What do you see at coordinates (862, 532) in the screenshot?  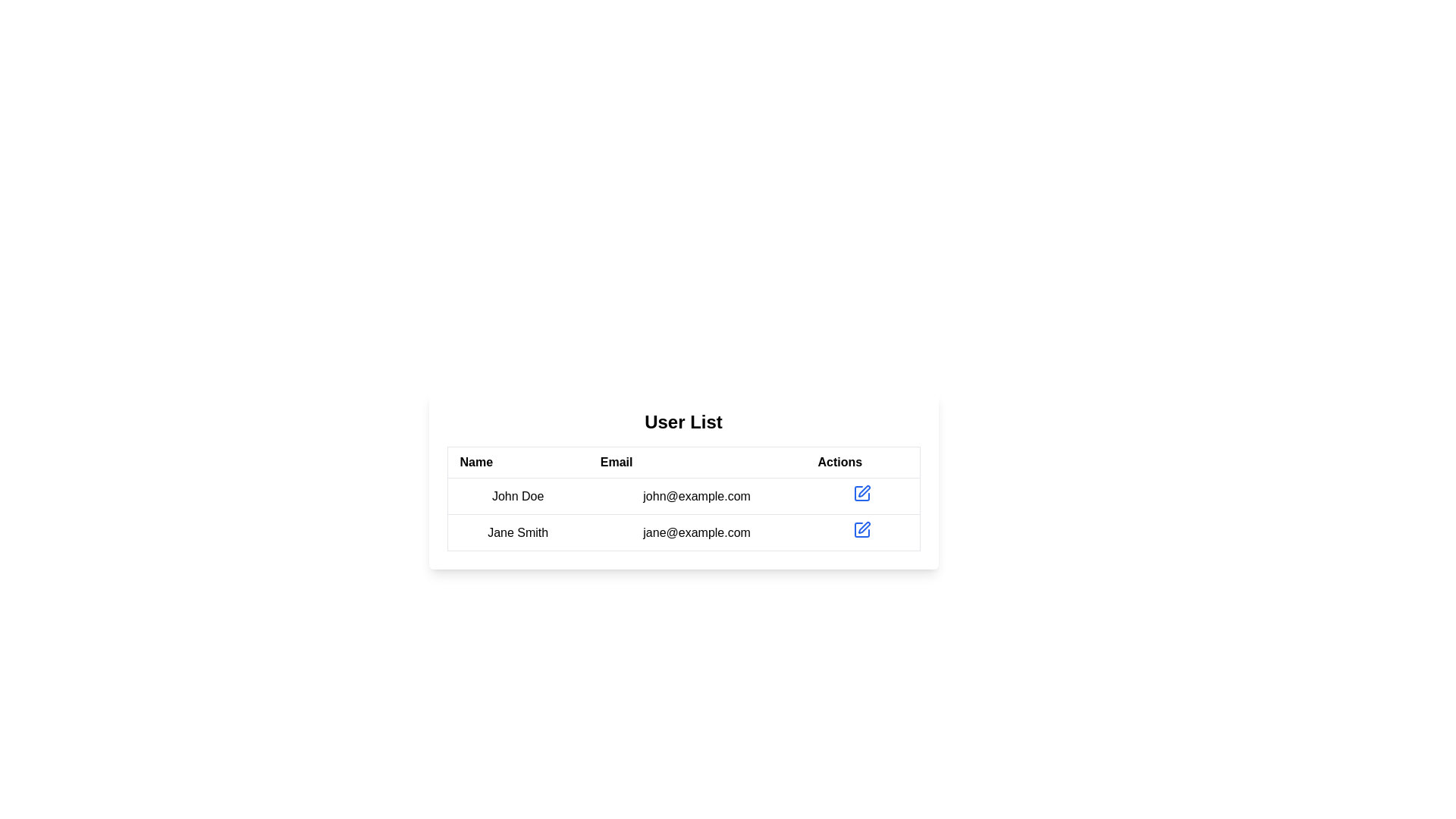 I see `the edit button located in the last cell of the second row in the 'Actions' column for the user 'Jane Smith'` at bounding box center [862, 532].